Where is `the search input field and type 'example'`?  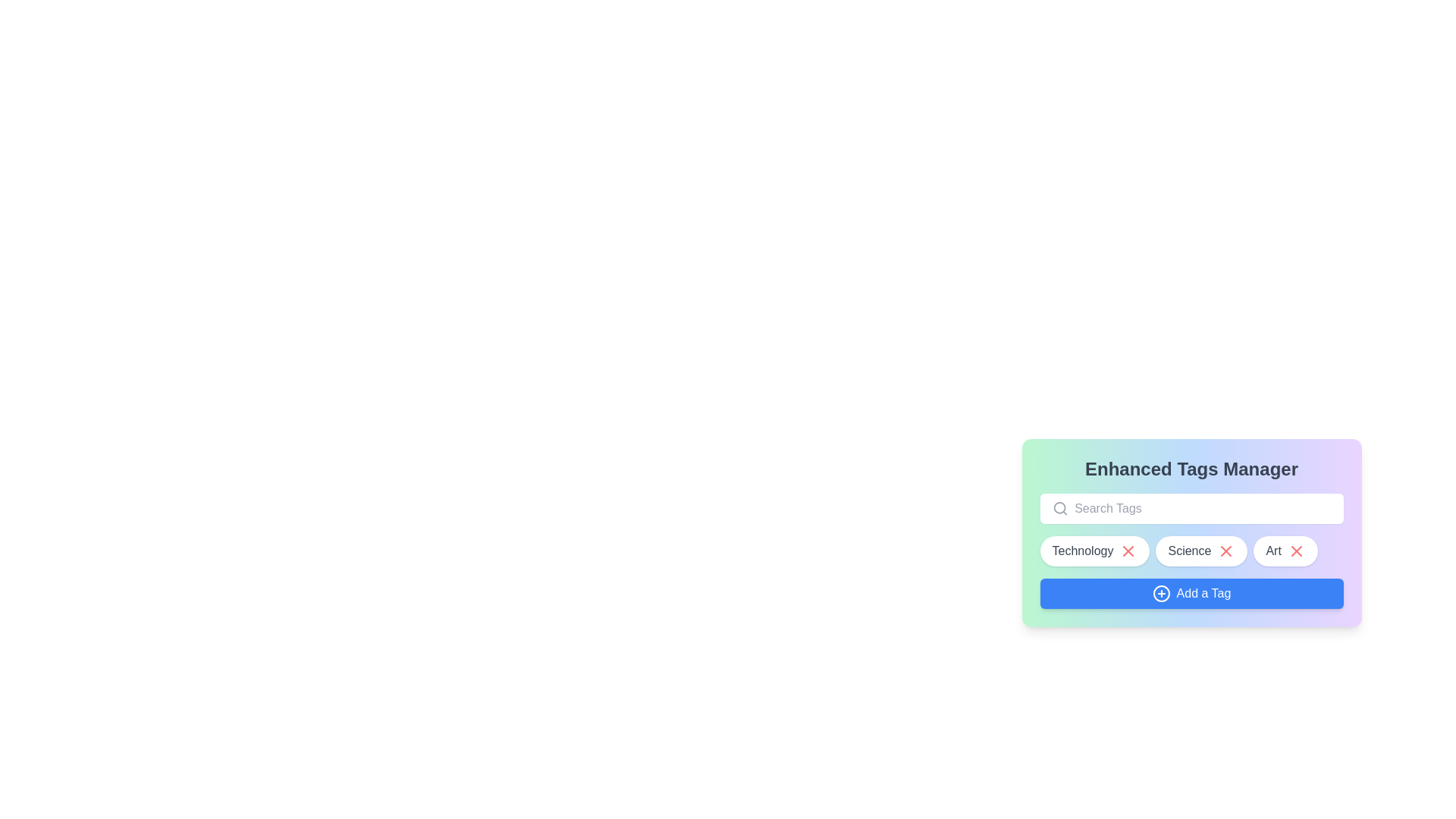
the search input field and type 'example' is located at coordinates (1204, 509).